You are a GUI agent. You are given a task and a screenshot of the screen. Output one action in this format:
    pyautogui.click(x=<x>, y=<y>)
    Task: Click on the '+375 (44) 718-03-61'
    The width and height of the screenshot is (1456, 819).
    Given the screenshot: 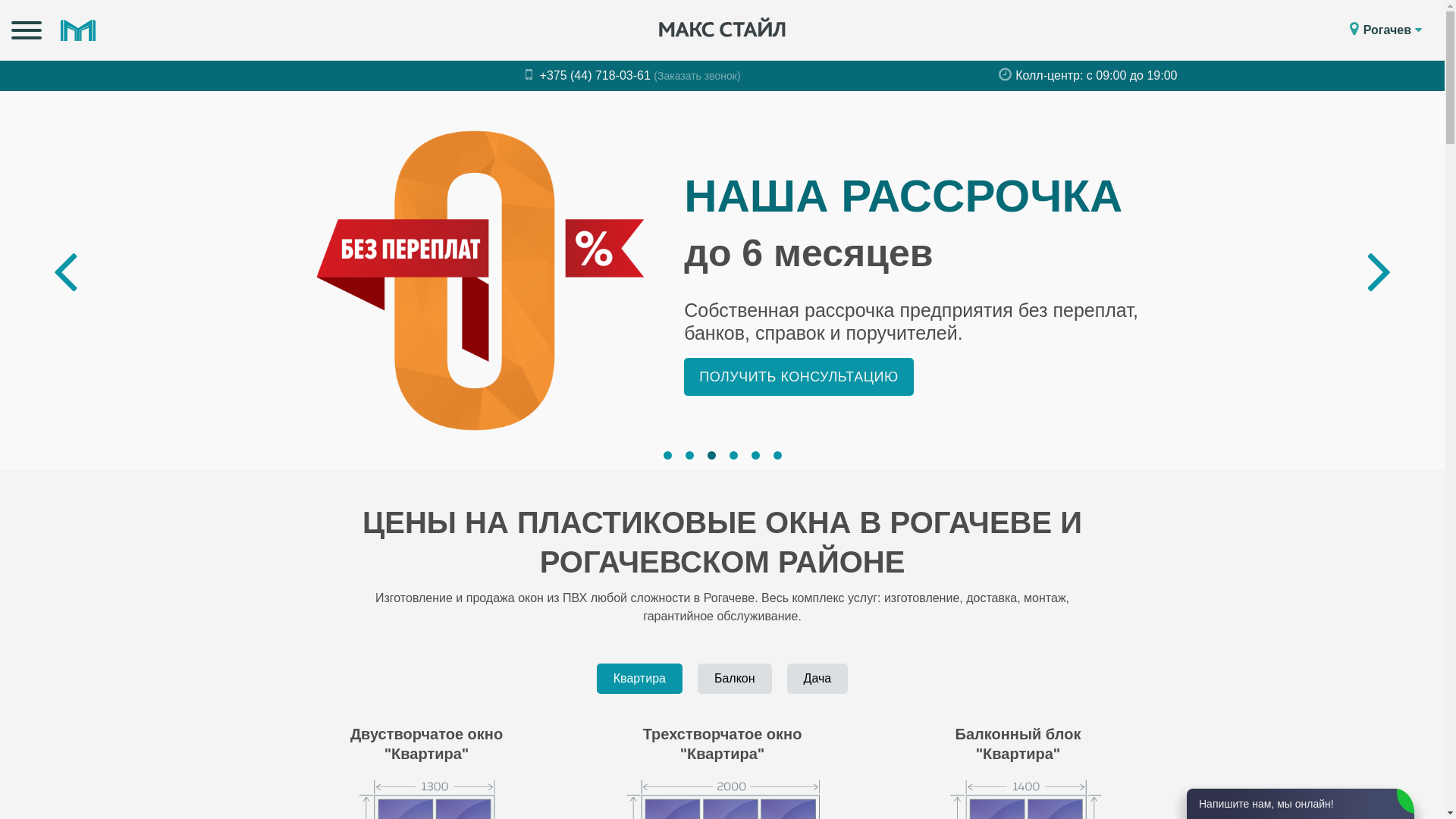 What is the action you would take?
    pyautogui.click(x=588, y=75)
    